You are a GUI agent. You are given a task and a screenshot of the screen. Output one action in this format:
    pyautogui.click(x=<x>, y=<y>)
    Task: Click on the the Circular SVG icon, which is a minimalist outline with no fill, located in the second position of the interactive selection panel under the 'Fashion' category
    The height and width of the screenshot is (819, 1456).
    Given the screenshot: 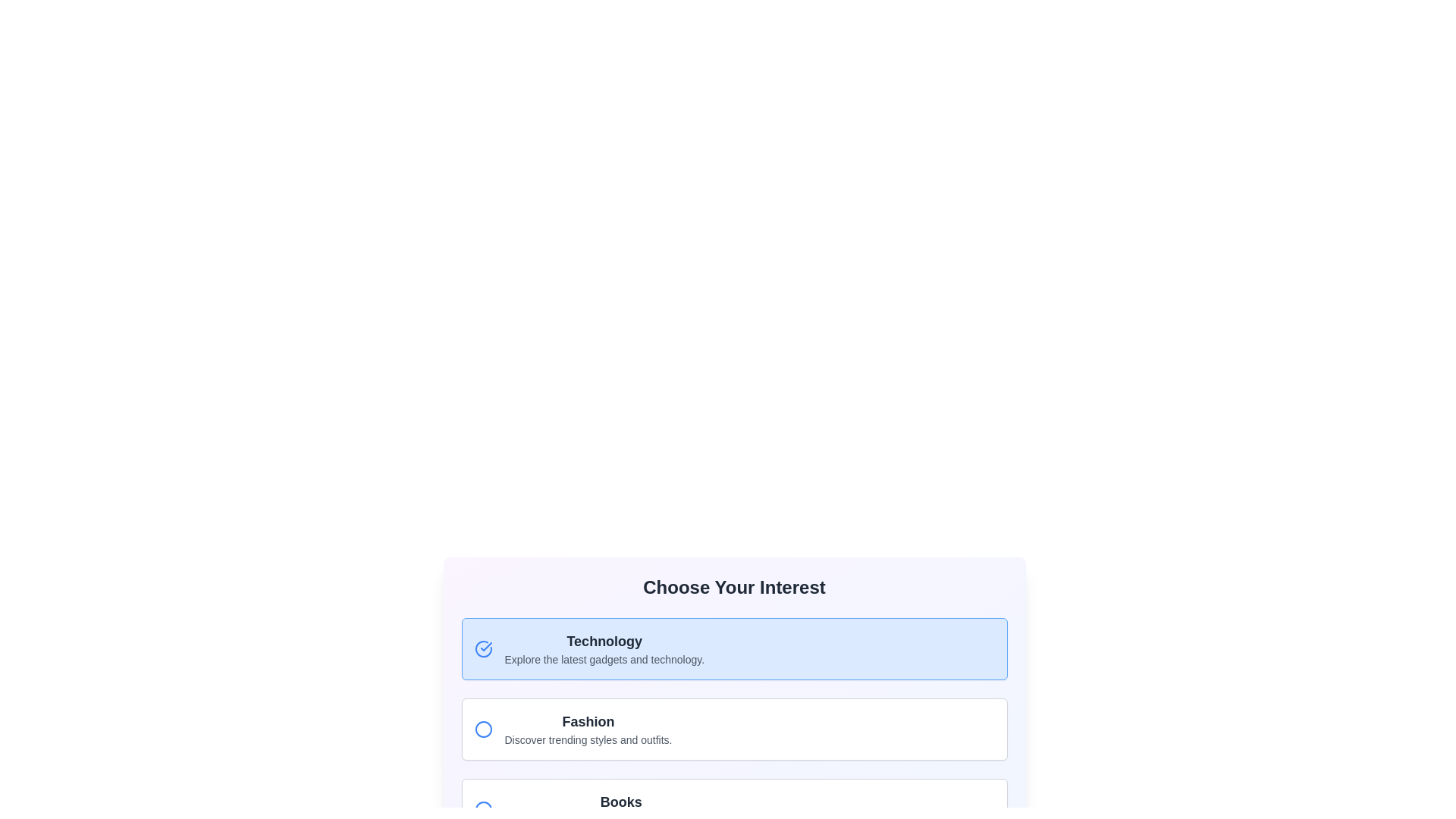 What is the action you would take?
    pyautogui.click(x=482, y=728)
    